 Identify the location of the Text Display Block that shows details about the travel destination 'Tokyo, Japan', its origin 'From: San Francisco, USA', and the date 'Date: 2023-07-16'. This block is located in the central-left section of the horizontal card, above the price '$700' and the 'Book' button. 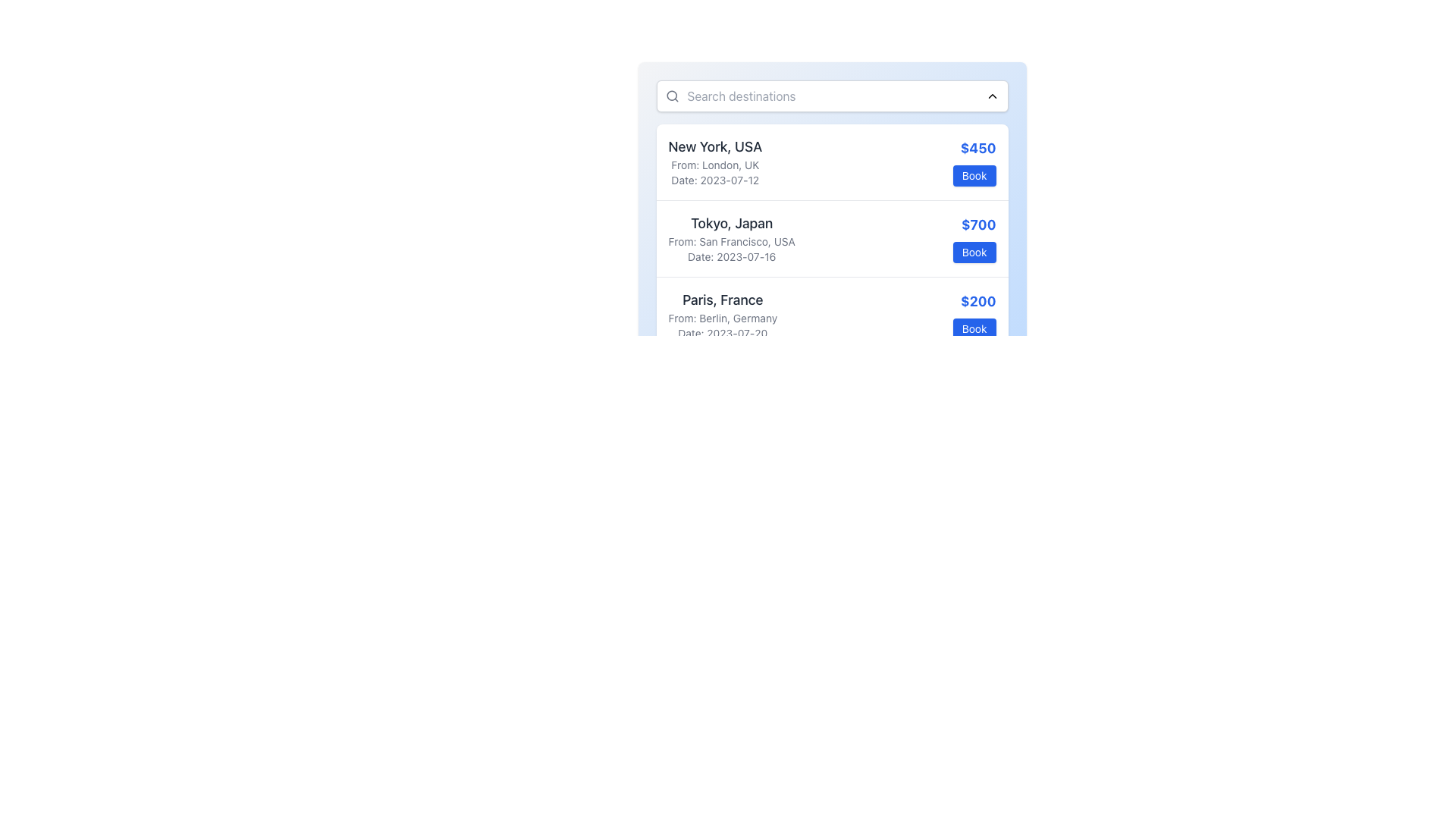
(732, 239).